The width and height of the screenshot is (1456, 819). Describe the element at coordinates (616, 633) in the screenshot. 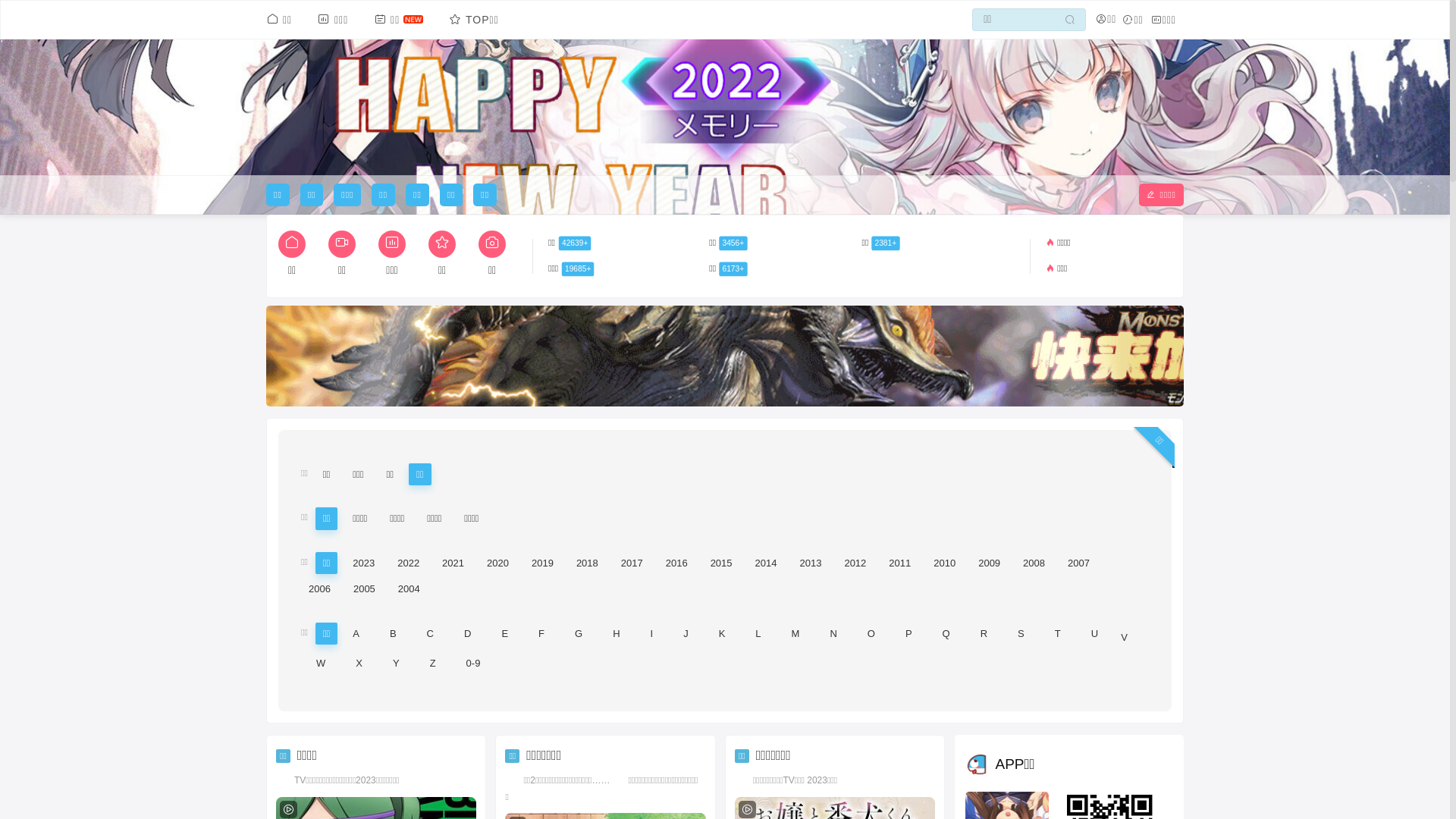

I see `'H'` at that location.